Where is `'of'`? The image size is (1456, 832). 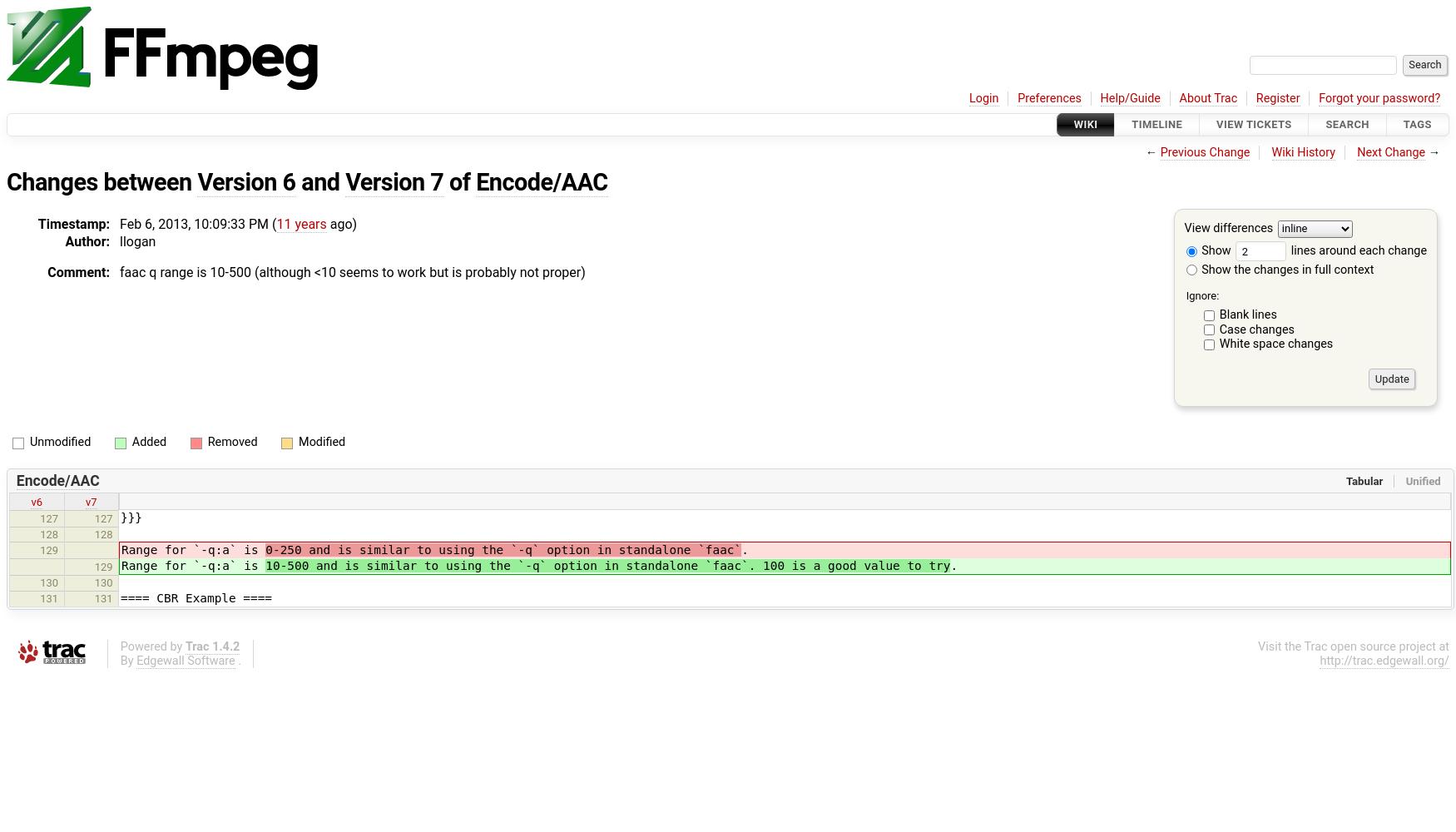 'of' is located at coordinates (443, 181).